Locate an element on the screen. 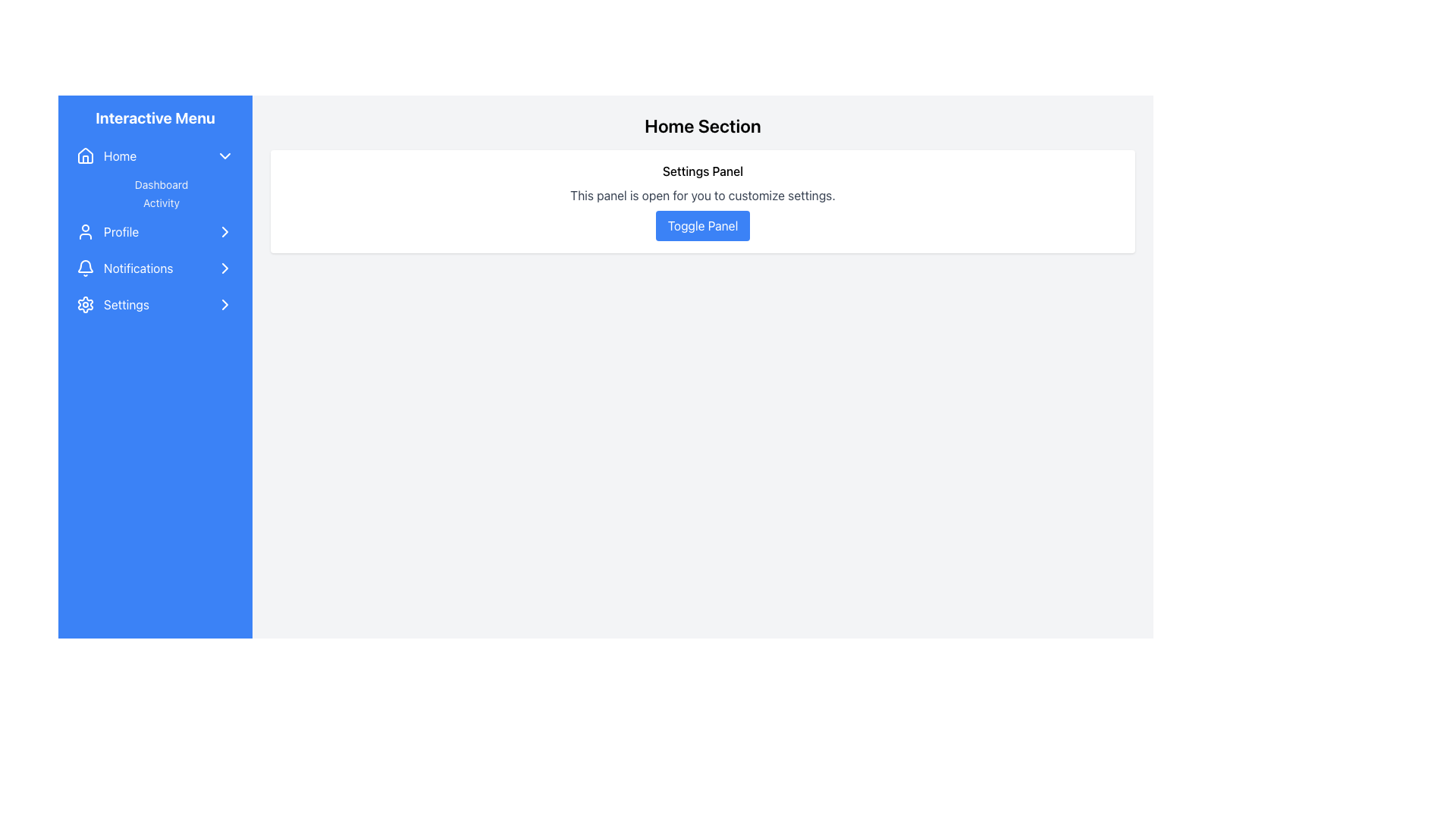 The height and width of the screenshot is (819, 1456). the 'Home' icon in the sidebar menu, which visually indicates the 'Home' section of the interface is located at coordinates (85, 155).